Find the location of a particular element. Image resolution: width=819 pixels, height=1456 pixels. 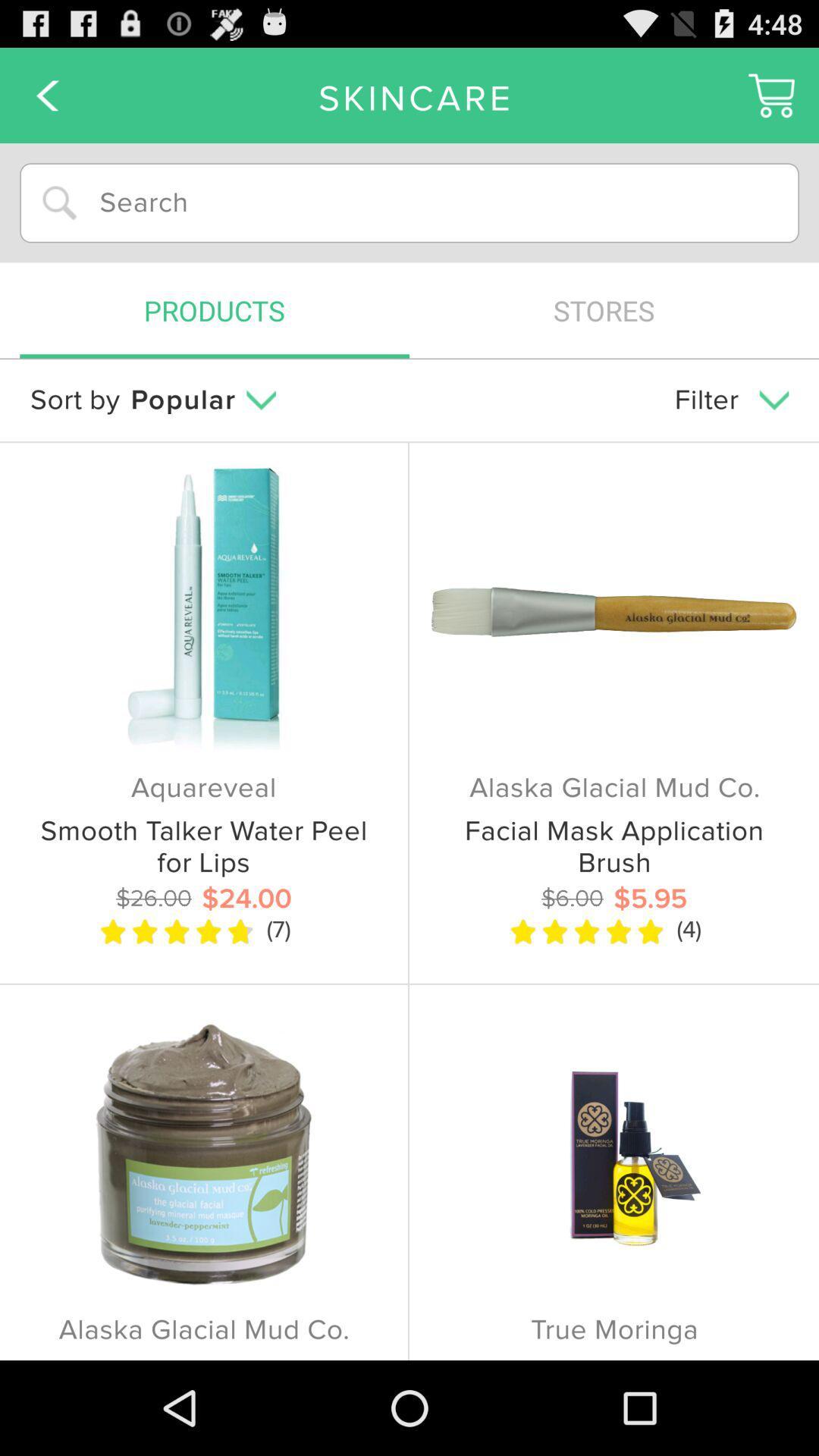

the arrow_backward icon is located at coordinates (46, 101).